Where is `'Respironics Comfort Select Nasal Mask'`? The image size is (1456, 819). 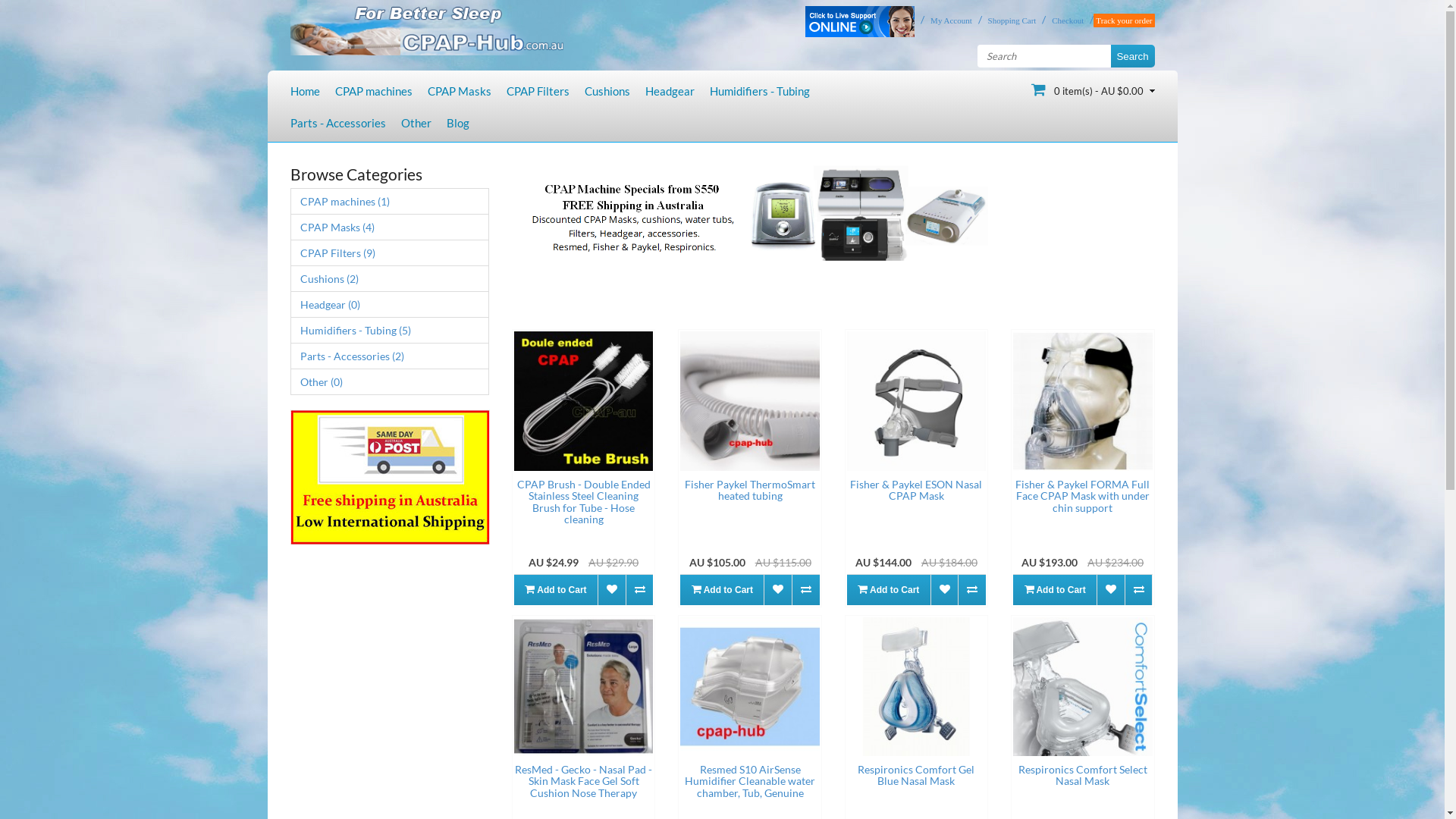 'Respironics Comfort Select Nasal Mask' is located at coordinates (1081, 686).